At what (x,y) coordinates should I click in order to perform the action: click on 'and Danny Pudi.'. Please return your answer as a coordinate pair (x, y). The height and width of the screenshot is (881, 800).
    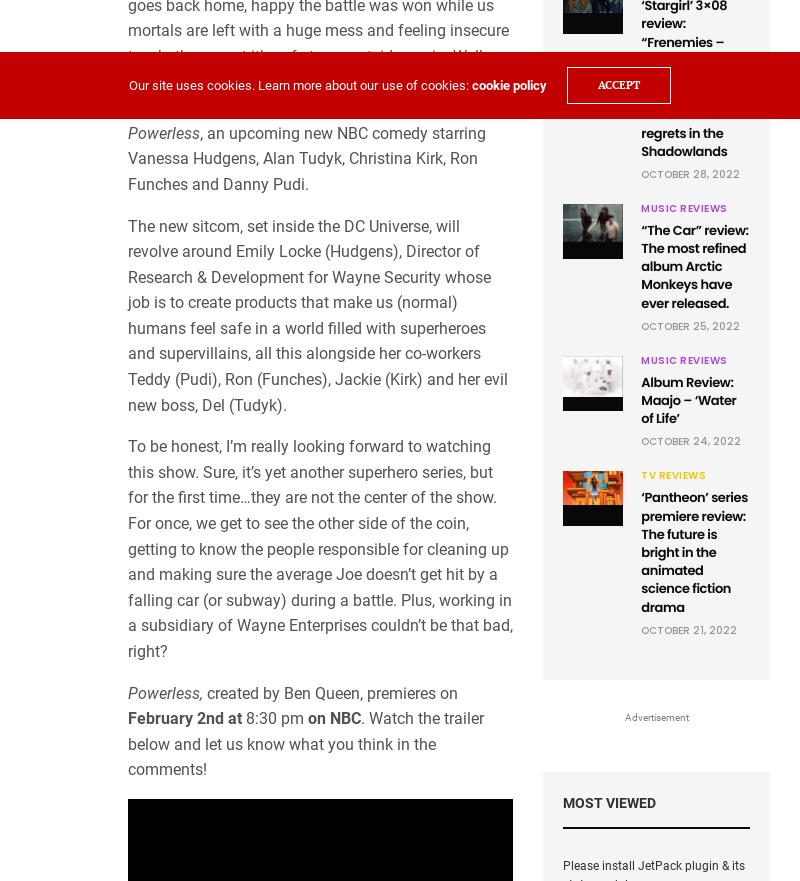
    Looking at the image, I should click on (187, 183).